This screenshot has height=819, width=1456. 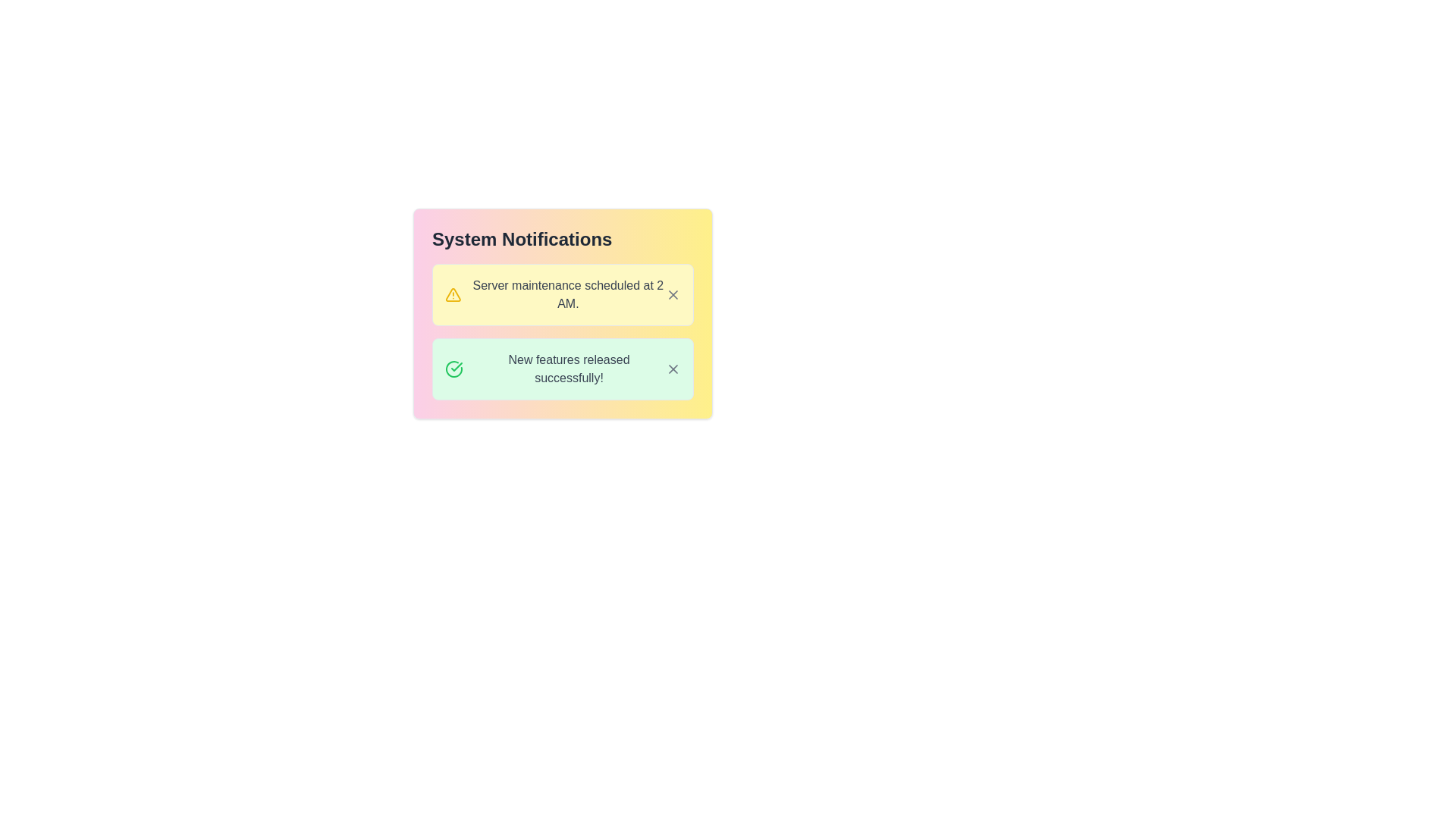 I want to click on the checkmark icon representing a successful operation, located to the left of the notification text 'New features released successfully!' in the second notification row, so click(x=456, y=366).